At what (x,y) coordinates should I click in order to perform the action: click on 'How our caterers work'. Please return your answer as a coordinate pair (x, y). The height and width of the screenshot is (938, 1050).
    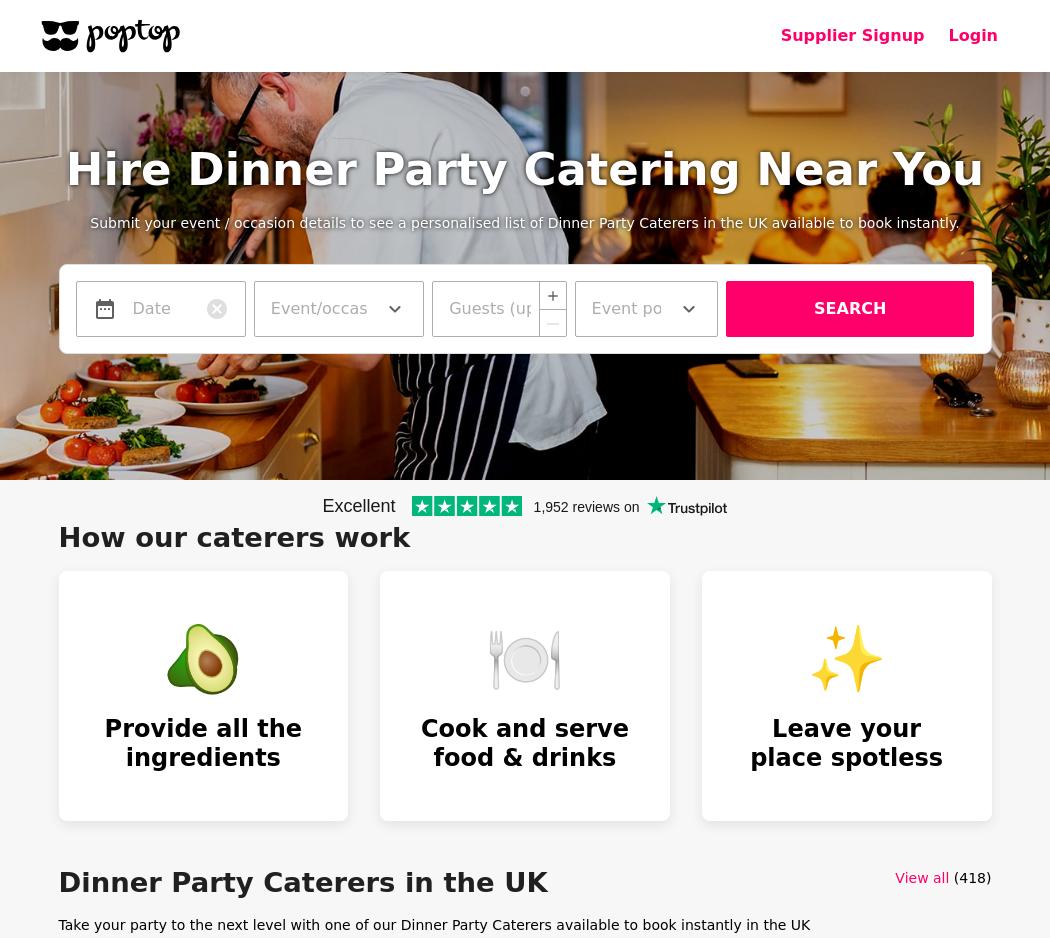
    Looking at the image, I should click on (234, 537).